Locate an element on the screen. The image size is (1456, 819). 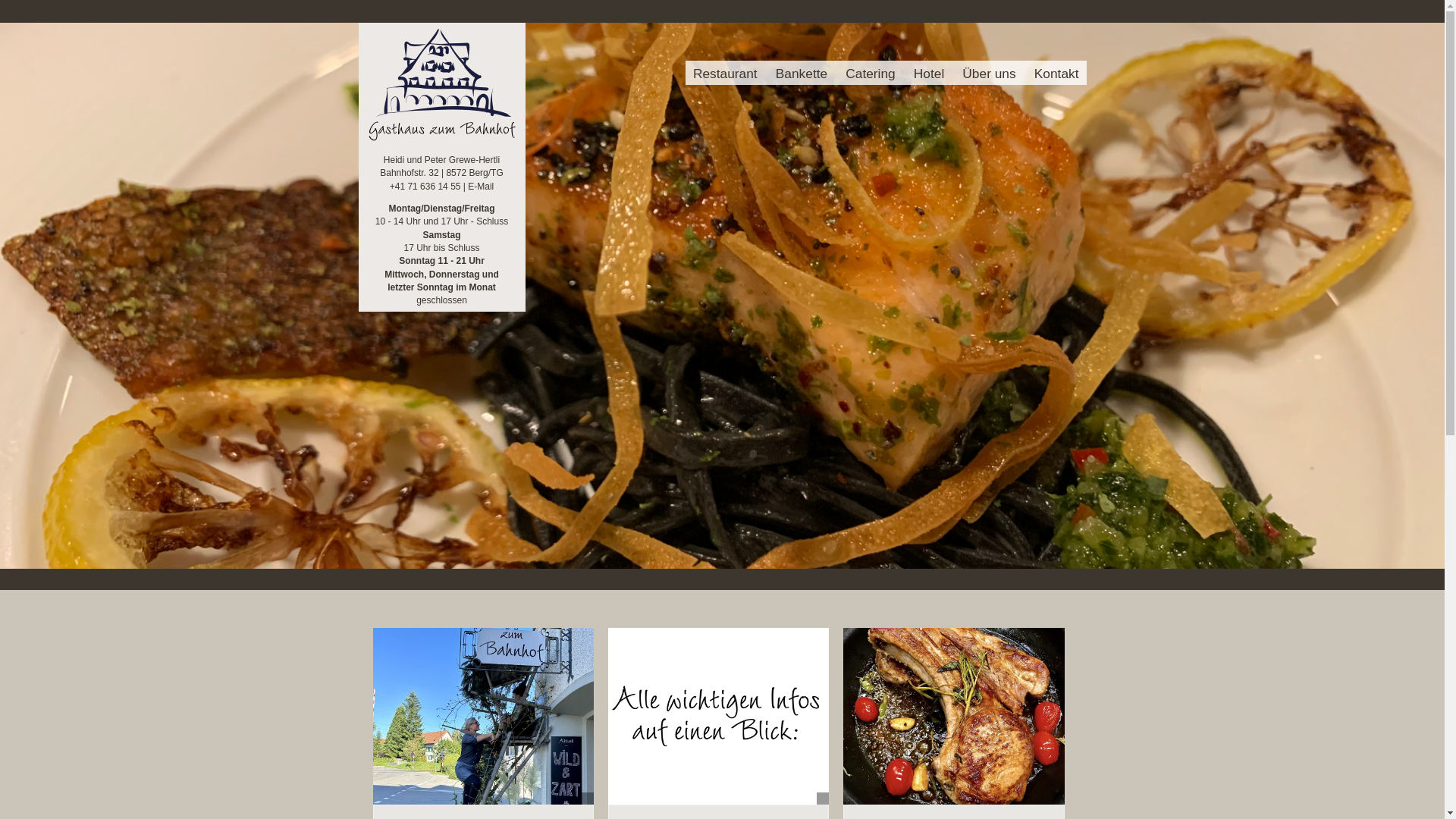
'Bankette' is located at coordinates (800, 73).